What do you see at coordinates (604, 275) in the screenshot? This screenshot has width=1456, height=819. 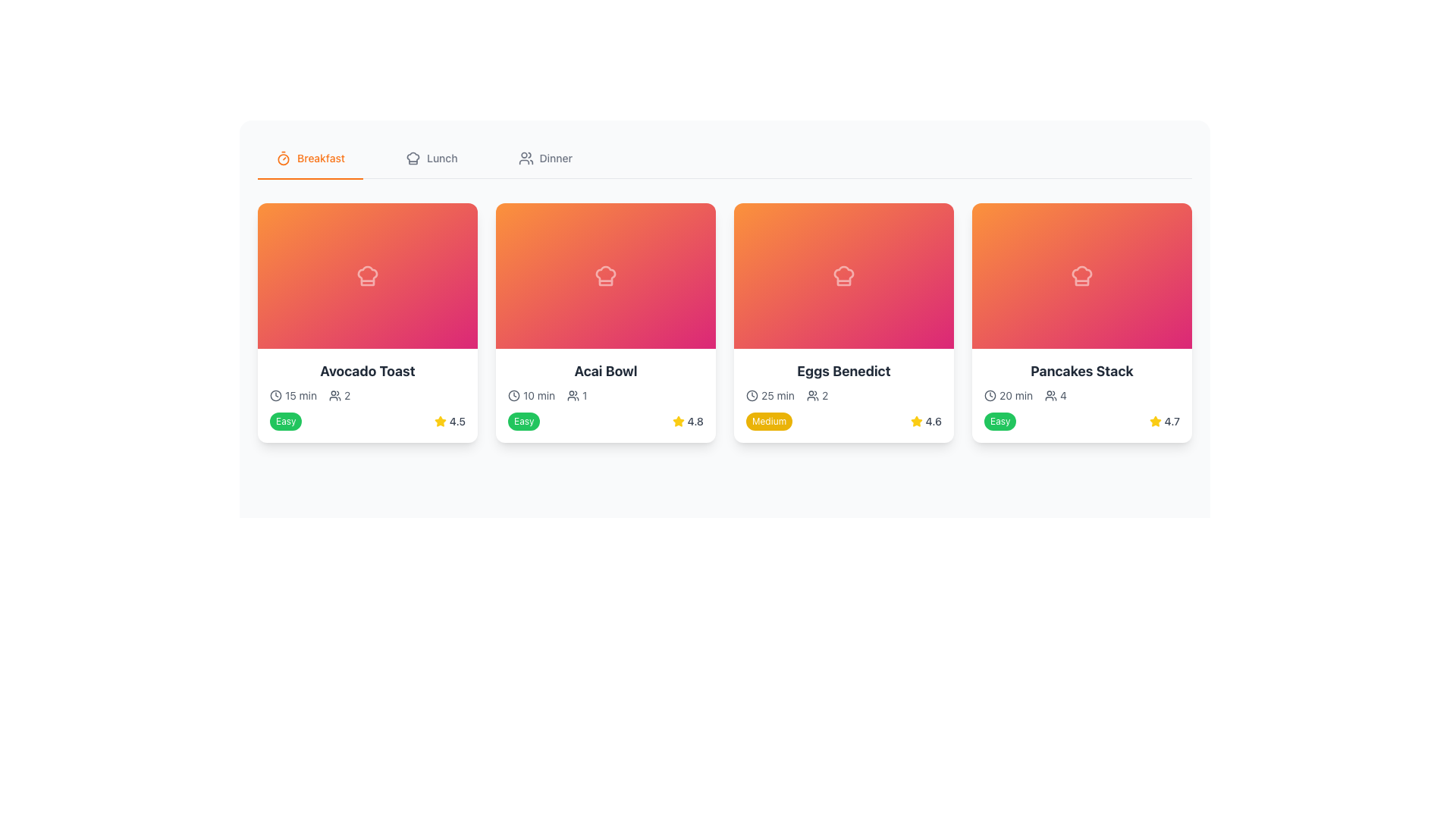 I see `the chef hat icon located at the center of the second recipe card from the left, which represents the 'Acai Bowl'` at bounding box center [604, 275].